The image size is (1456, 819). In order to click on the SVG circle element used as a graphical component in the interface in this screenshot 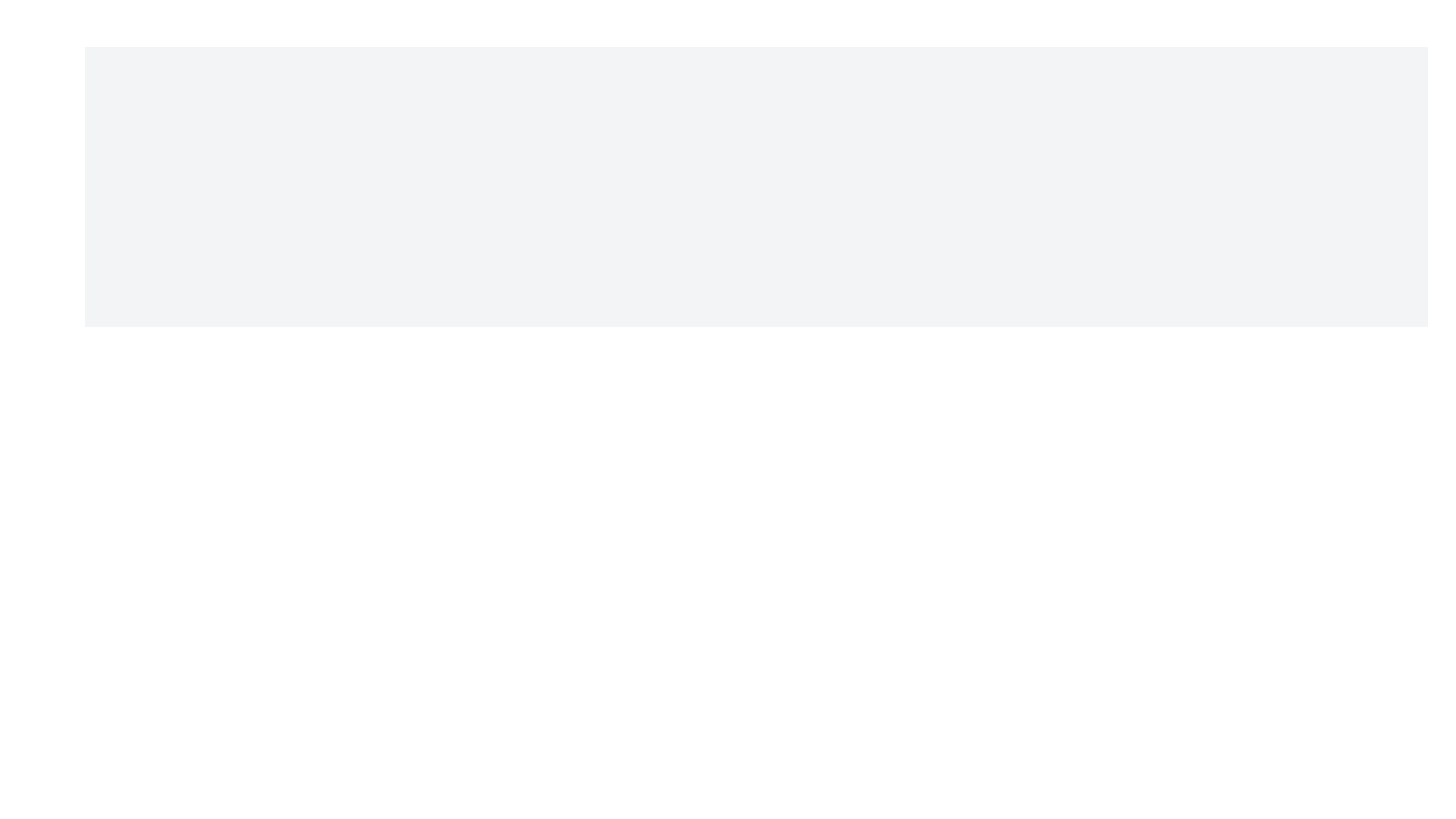, I will do `click(728, 457)`.